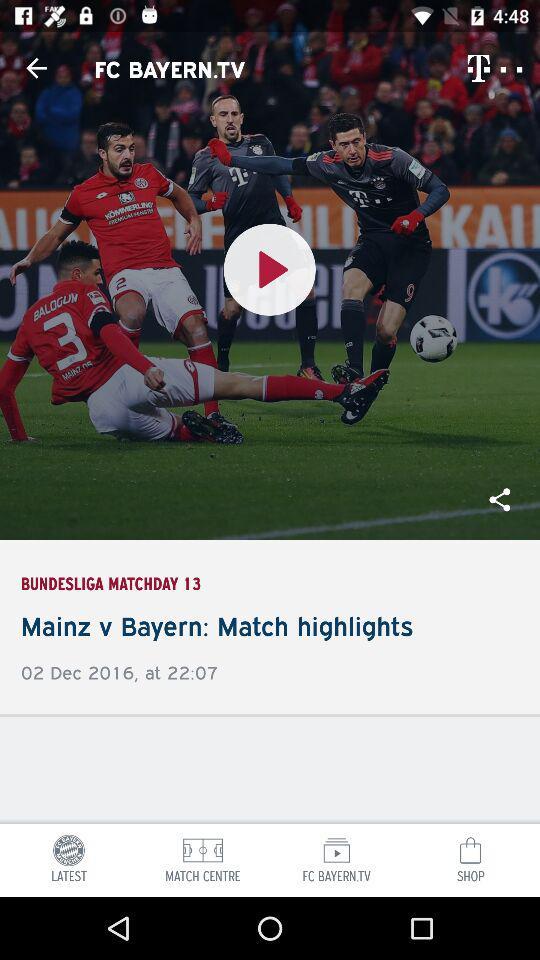 This screenshot has width=540, height=960. What do you see at coordinates (498, 498) in the screenshot?
I see `the share icon` at bounding box center [498, 498].